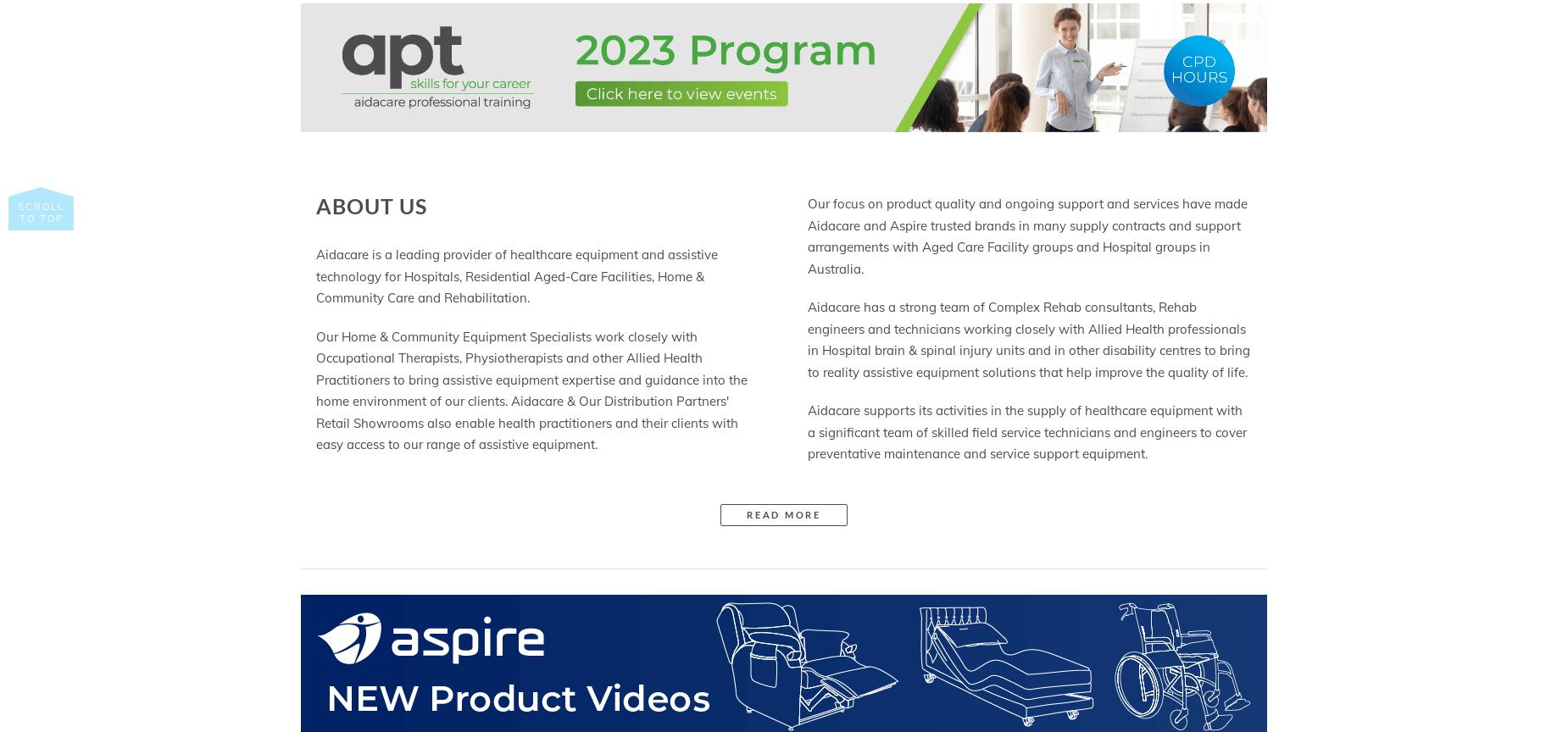 Image resolution: width=1568 pixels, height=732 pixels. What do you see at coordinates (514, 357) in the screenshot?
I see `'Physiotherapists'` at bounding box center [514, 357].